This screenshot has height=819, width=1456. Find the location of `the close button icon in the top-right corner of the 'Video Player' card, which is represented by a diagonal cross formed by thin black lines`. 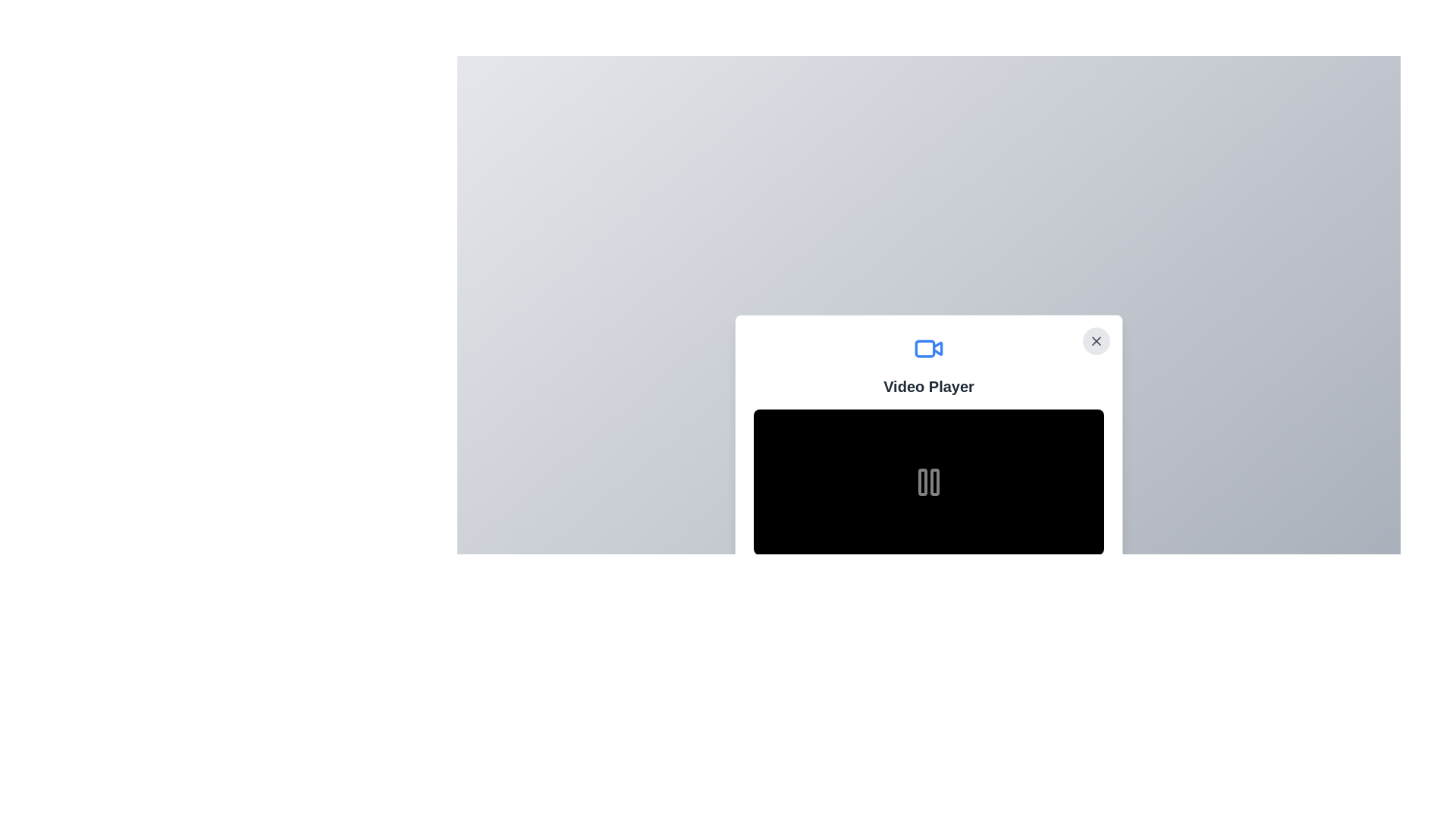

the close button icon in the top-right corner of the 'Video Player' card, which is represented by a diagonal cross formed by thin black lines is located at coordinates (1096, 341).